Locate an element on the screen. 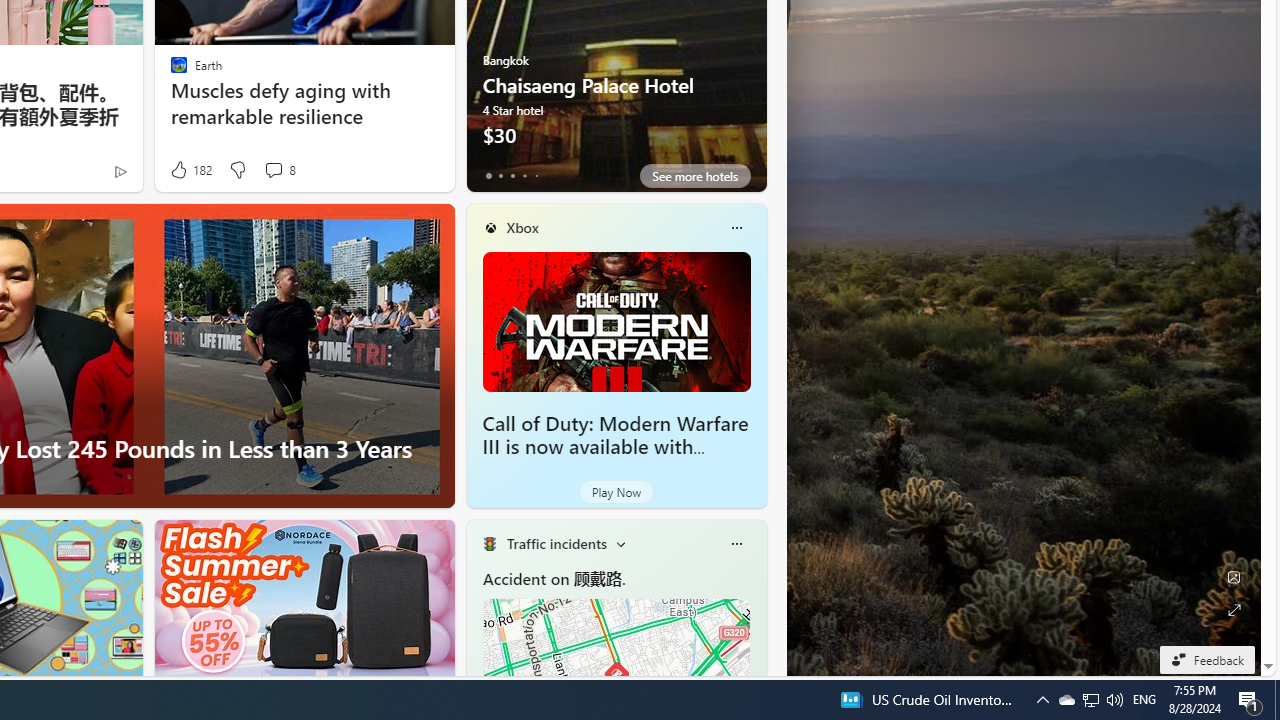  'Xbox' is located at coordinates (522, 226).